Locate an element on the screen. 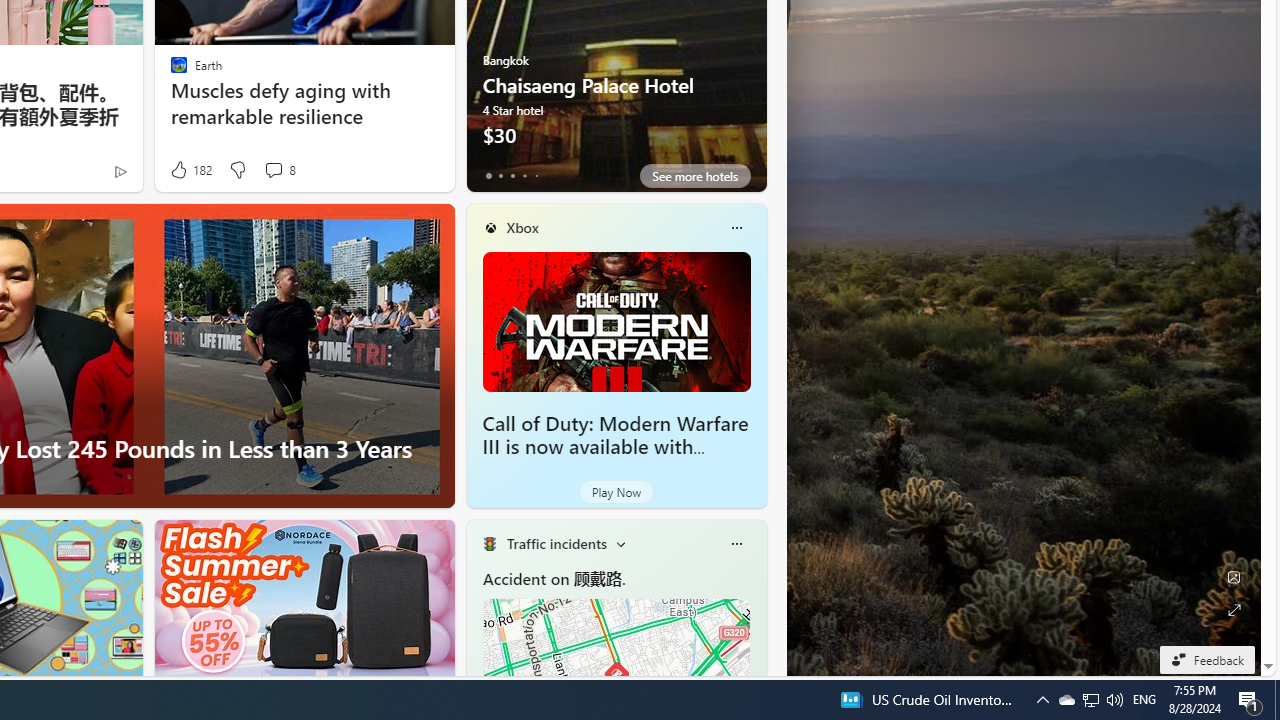  'Xbox' is located at coordinates (522, 226).